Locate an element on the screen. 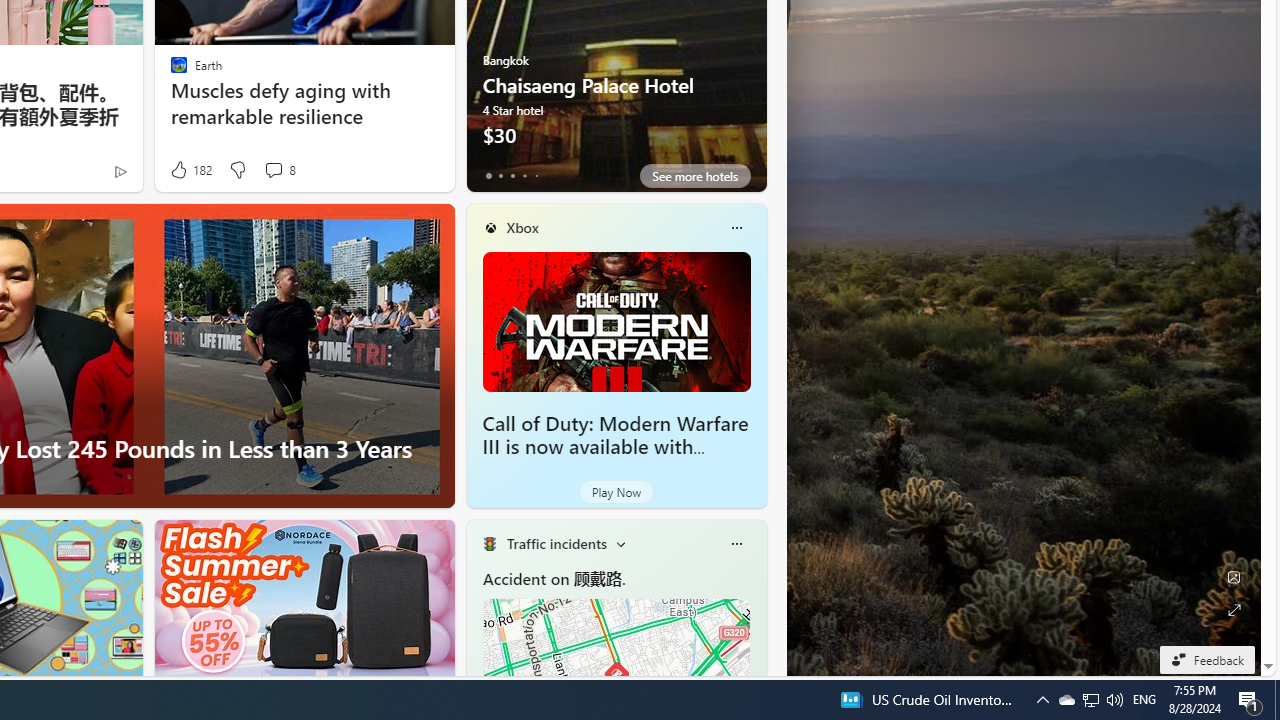  'Xbox' is located at coordinates (522, 226).